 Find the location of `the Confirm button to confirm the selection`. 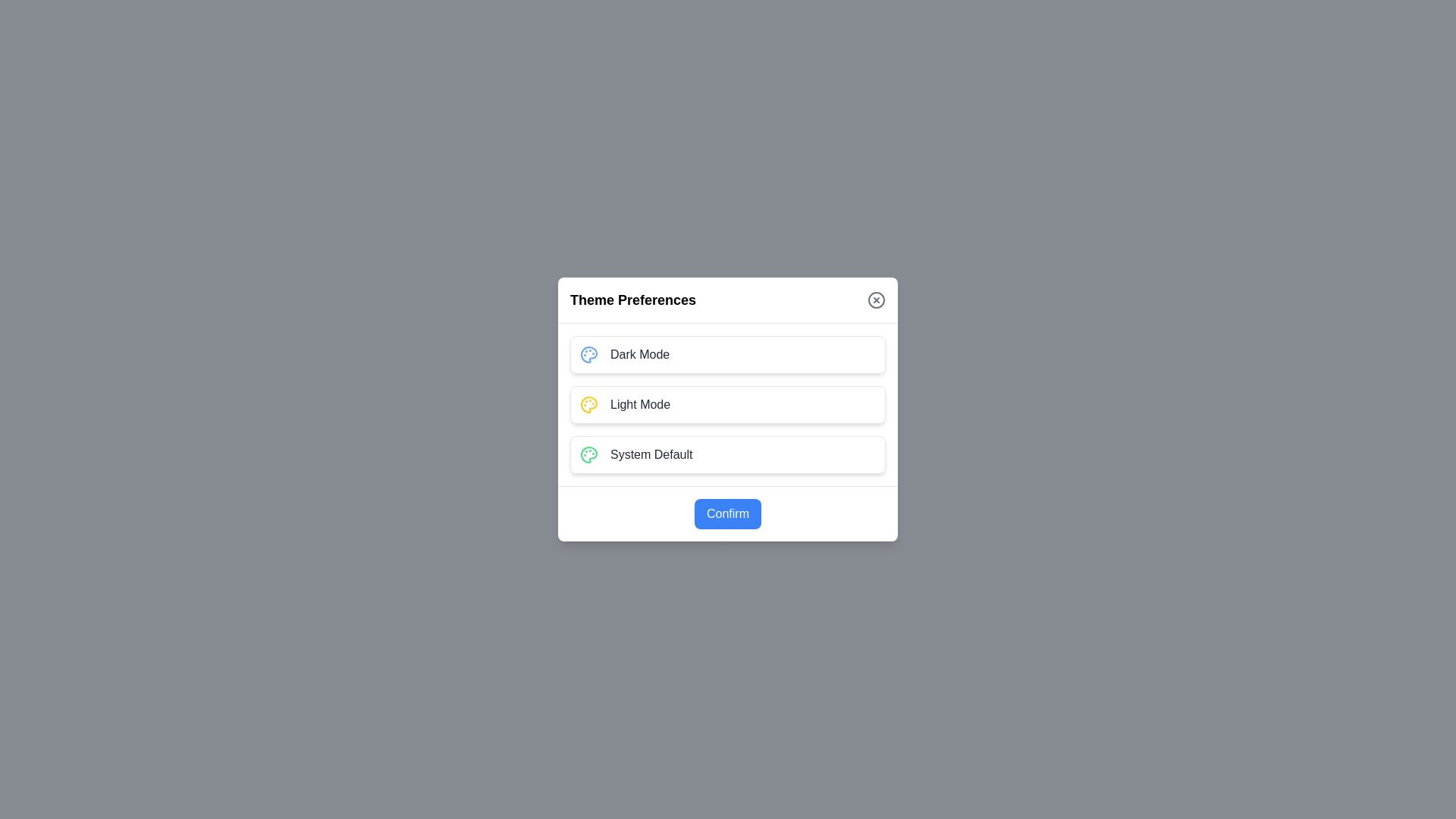

the Confirm button to confirm the selection is located at coordinates (728, 513).